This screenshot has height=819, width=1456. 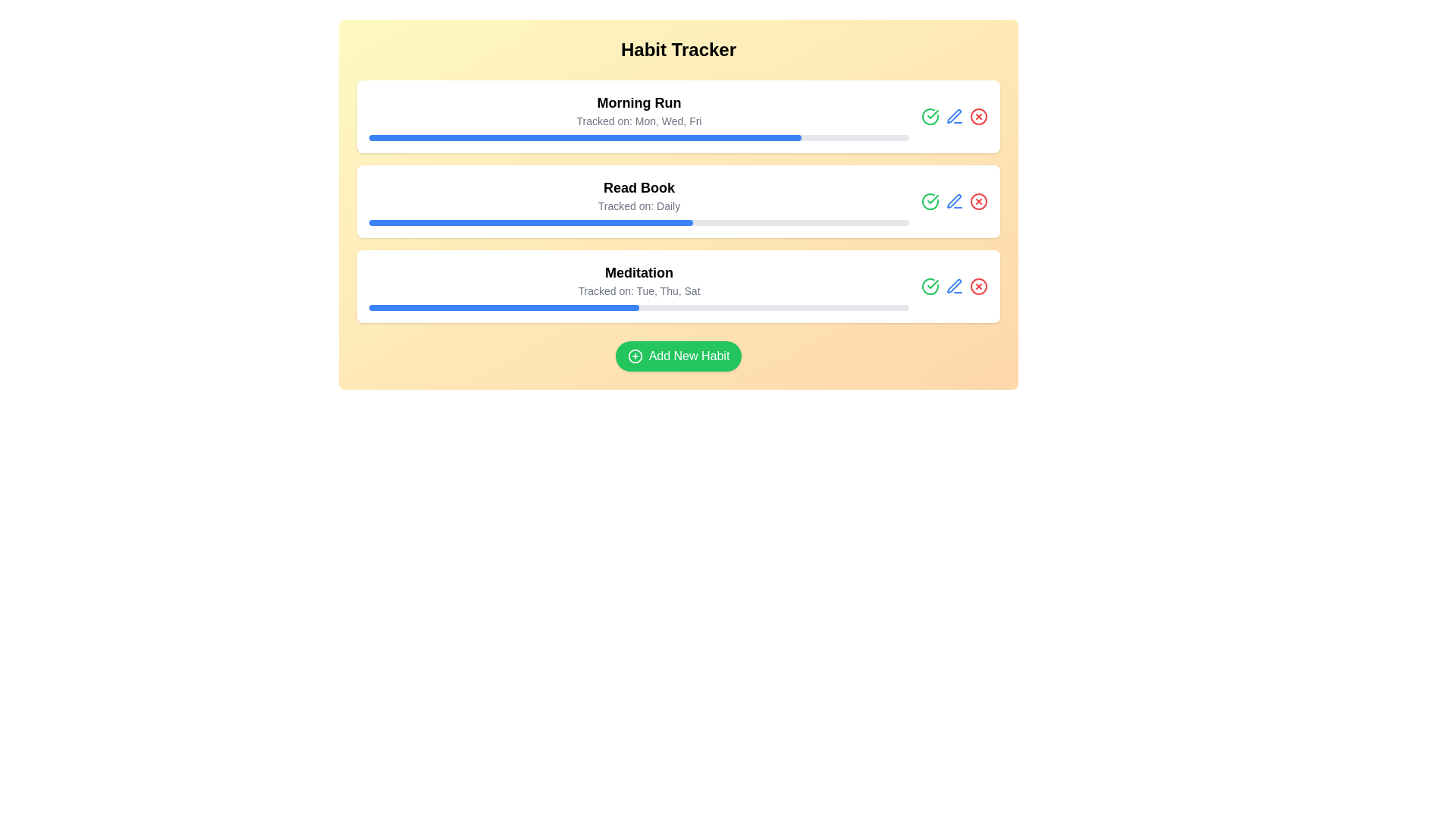 What do you see at coordinates (401, 222) in the screenshot?
I see `the progress bar` at bounding box center [401, 222].